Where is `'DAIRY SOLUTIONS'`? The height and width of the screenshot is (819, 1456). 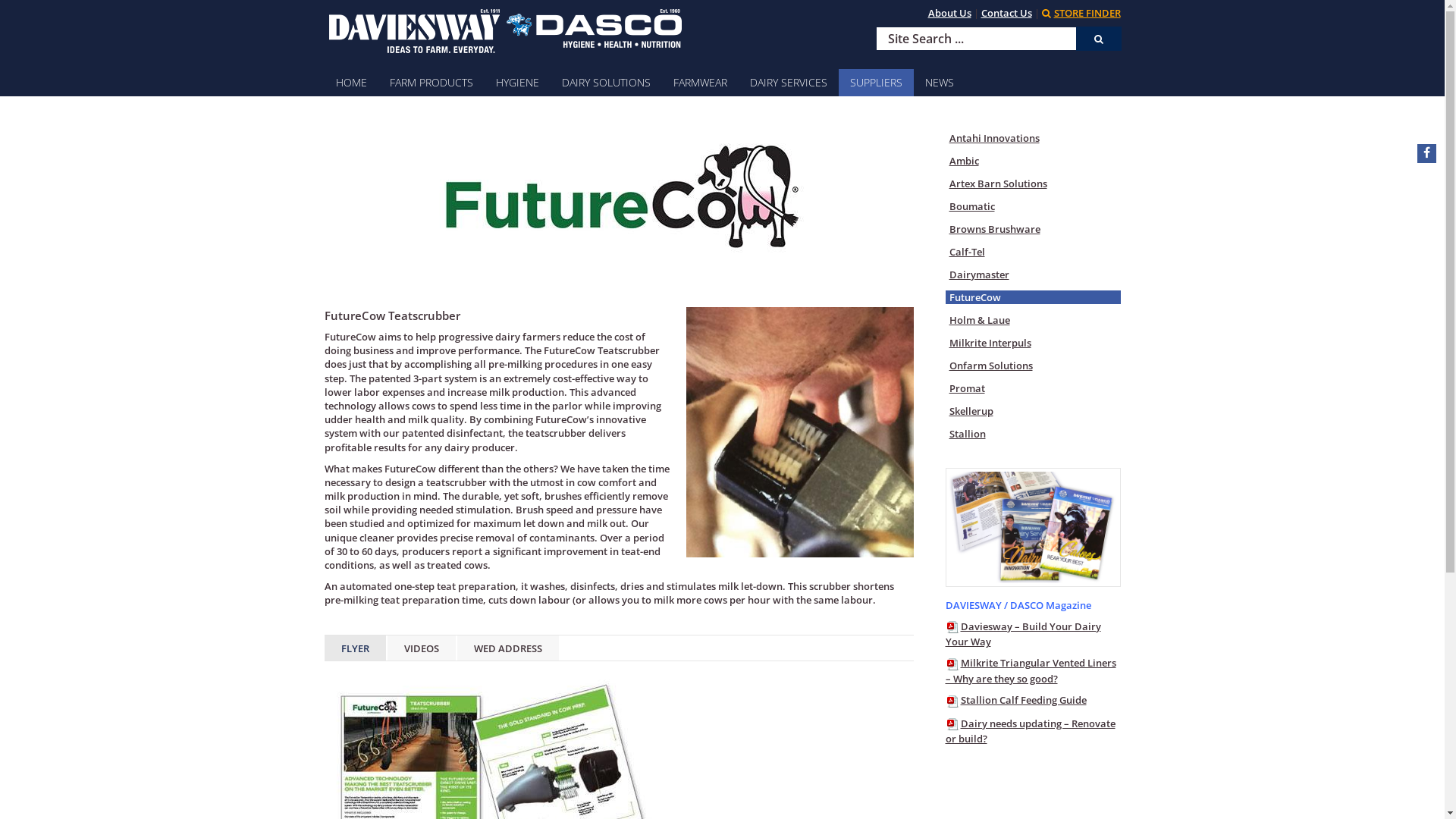
'DAIRY SOLUTIONS' is located at coordinates (605, 82).